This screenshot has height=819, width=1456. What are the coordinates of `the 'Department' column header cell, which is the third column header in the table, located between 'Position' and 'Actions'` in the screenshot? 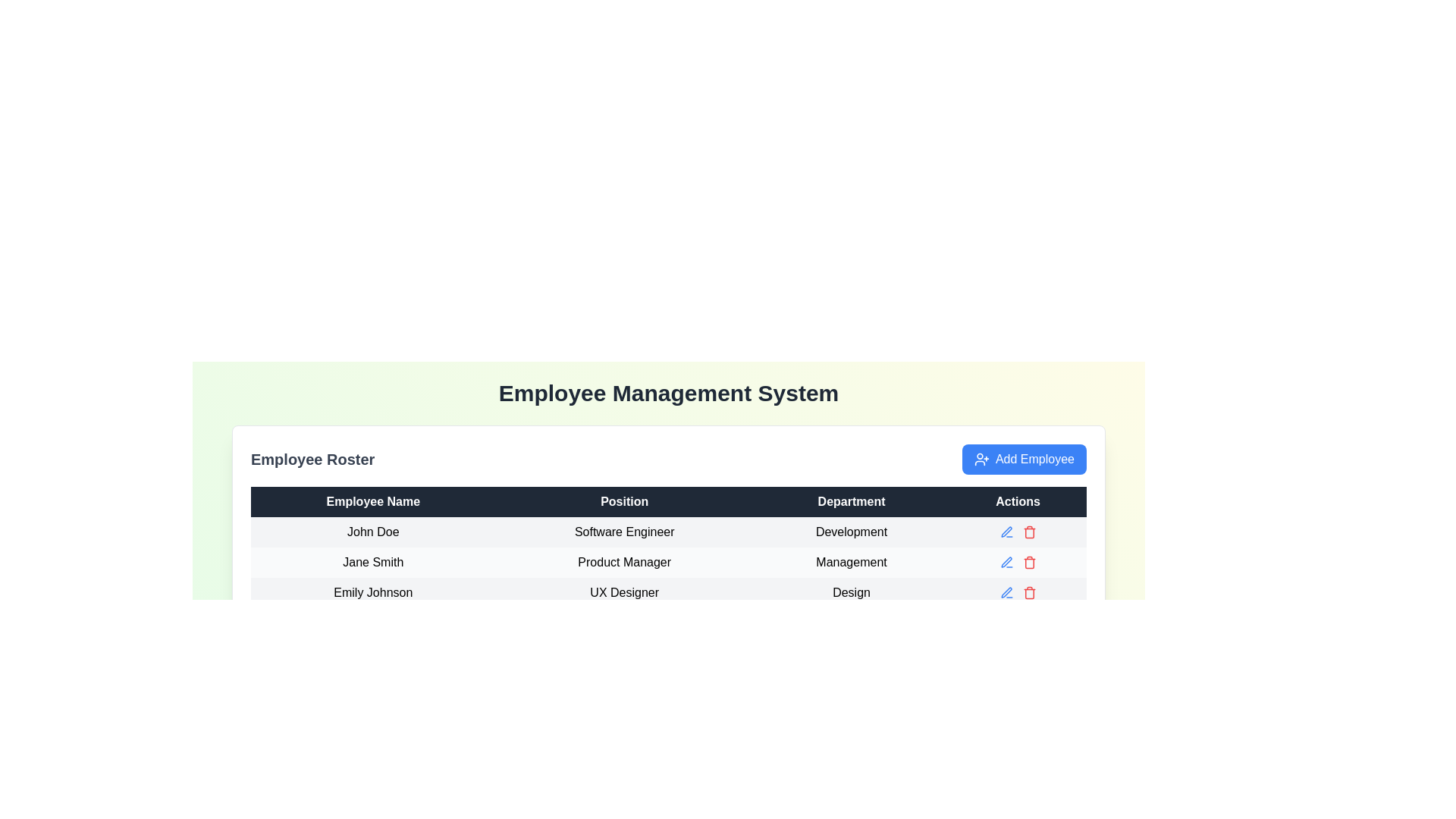 It's located at (852, 502).